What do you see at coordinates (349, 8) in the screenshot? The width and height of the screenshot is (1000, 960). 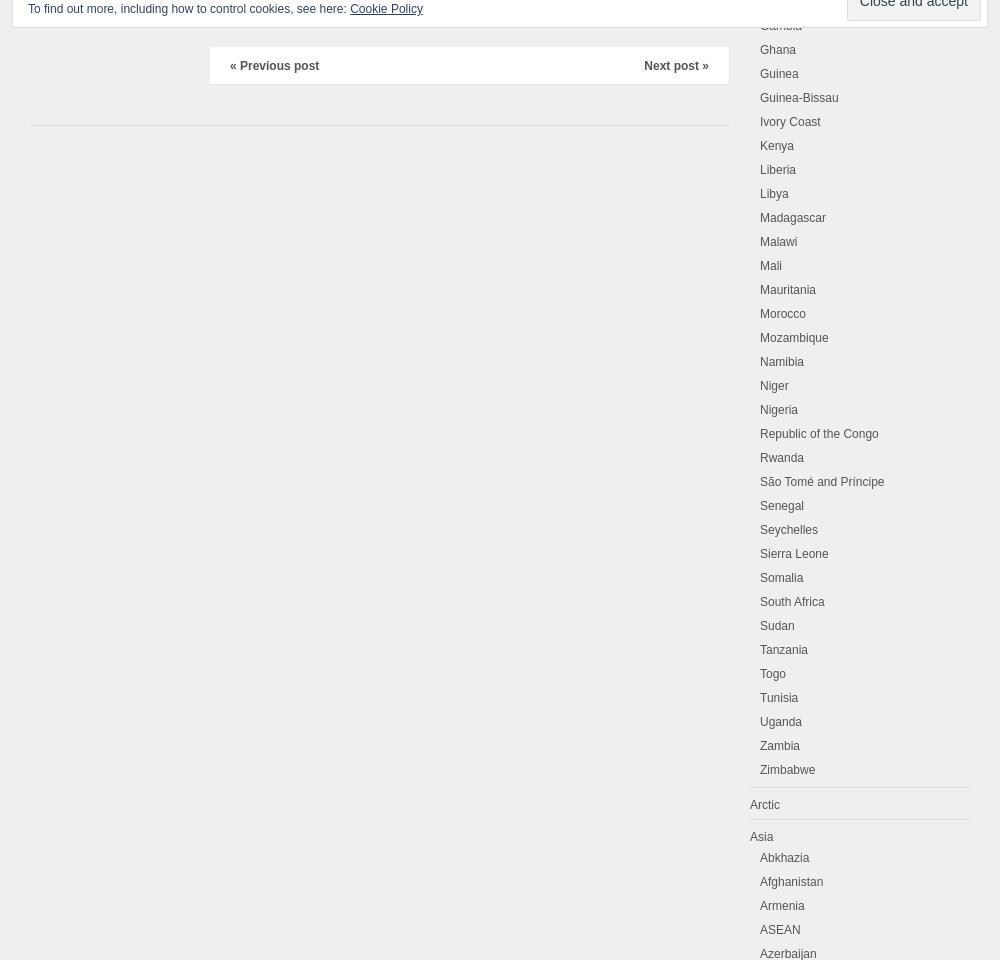 I see `'Cookie Policy'` at bounding box center [349, 8].